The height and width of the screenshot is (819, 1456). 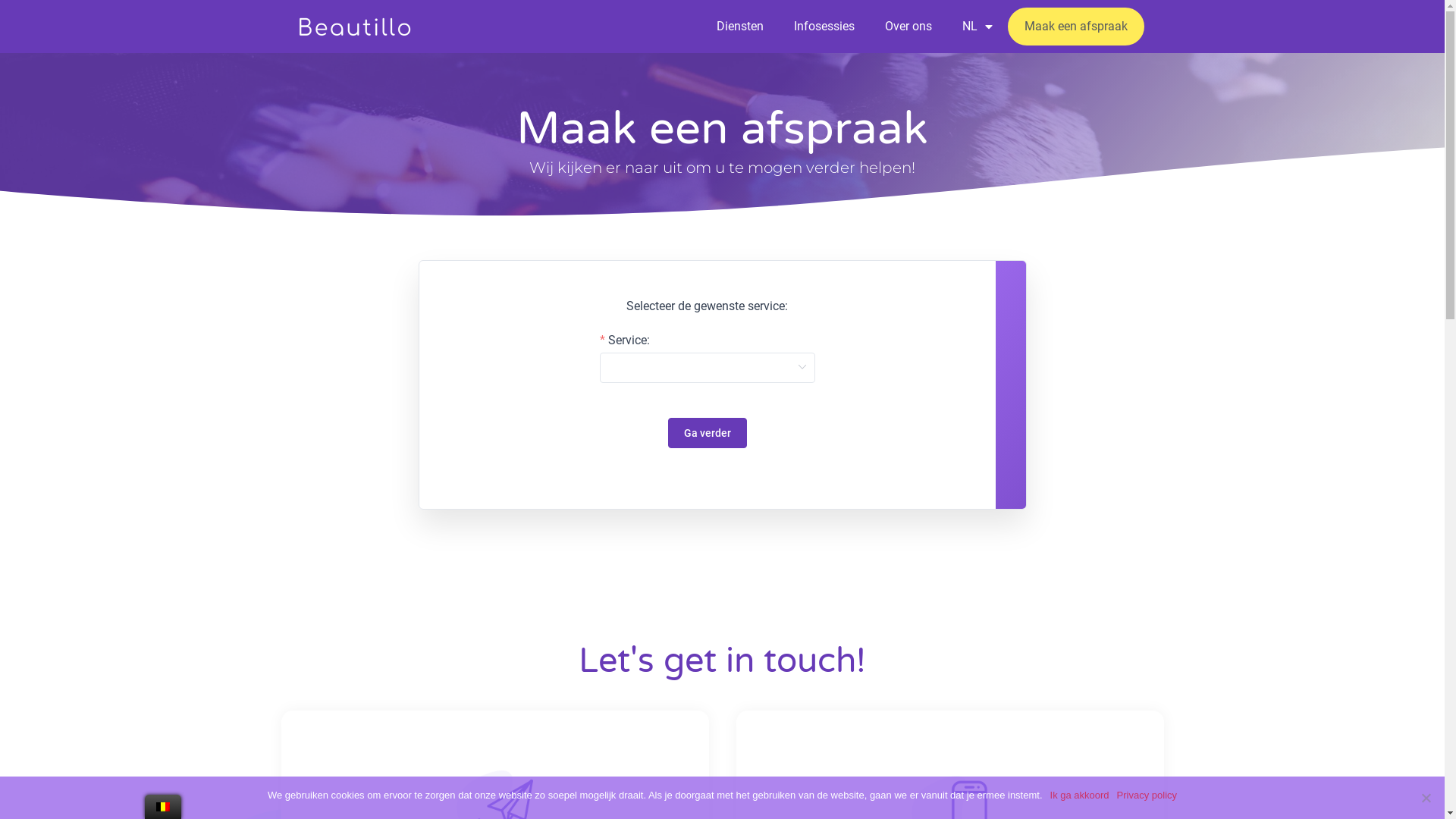 I want to click on 'Infosessies', so click(x=823, y=26).